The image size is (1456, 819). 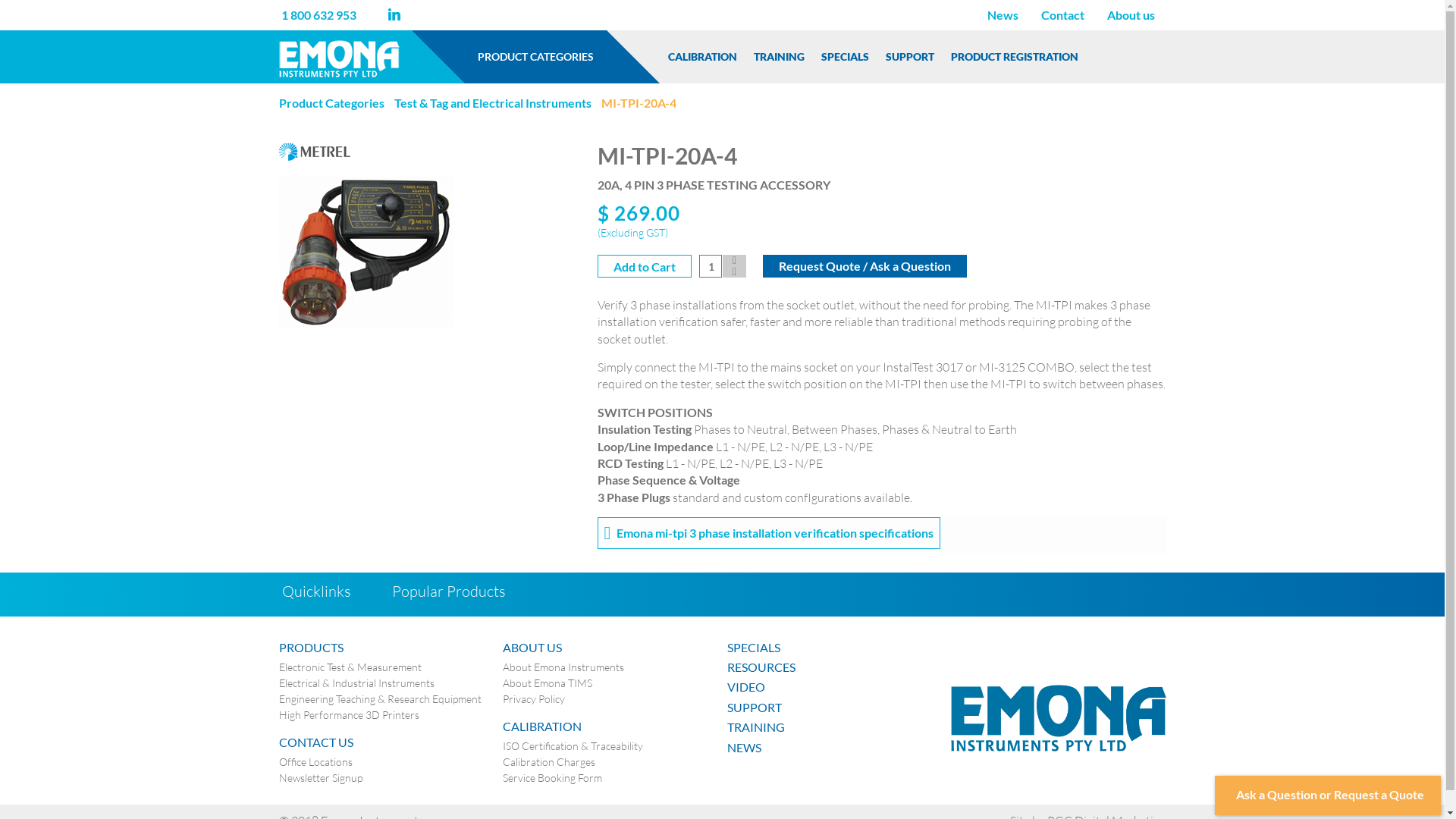 I want to click on 'High Performance 3D Printers', so click(x=279, y=714).